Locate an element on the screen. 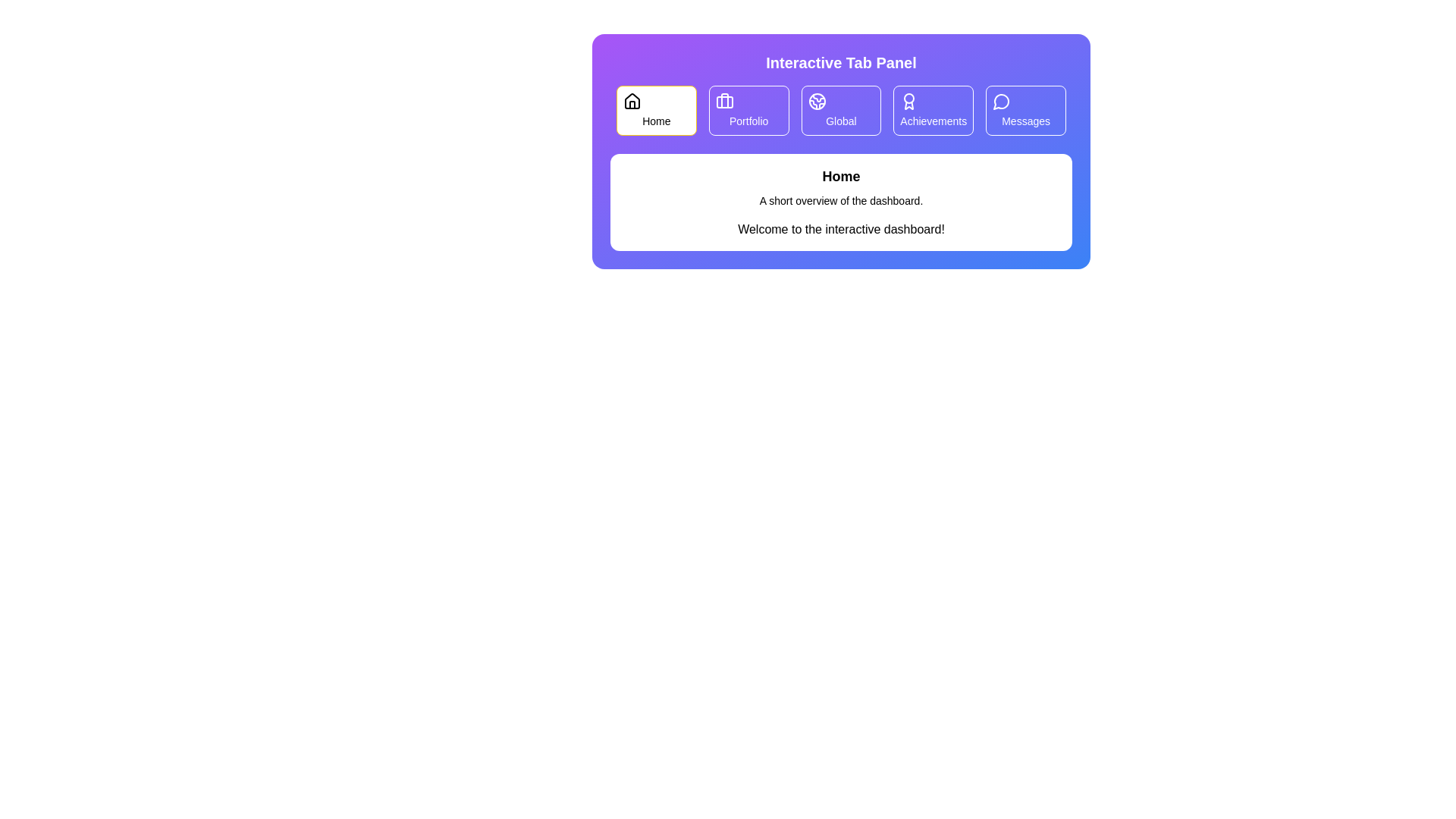  the 'Messages' icon located in the upper-right section of the interactive tab panel is located at coordinates (1002, 102).